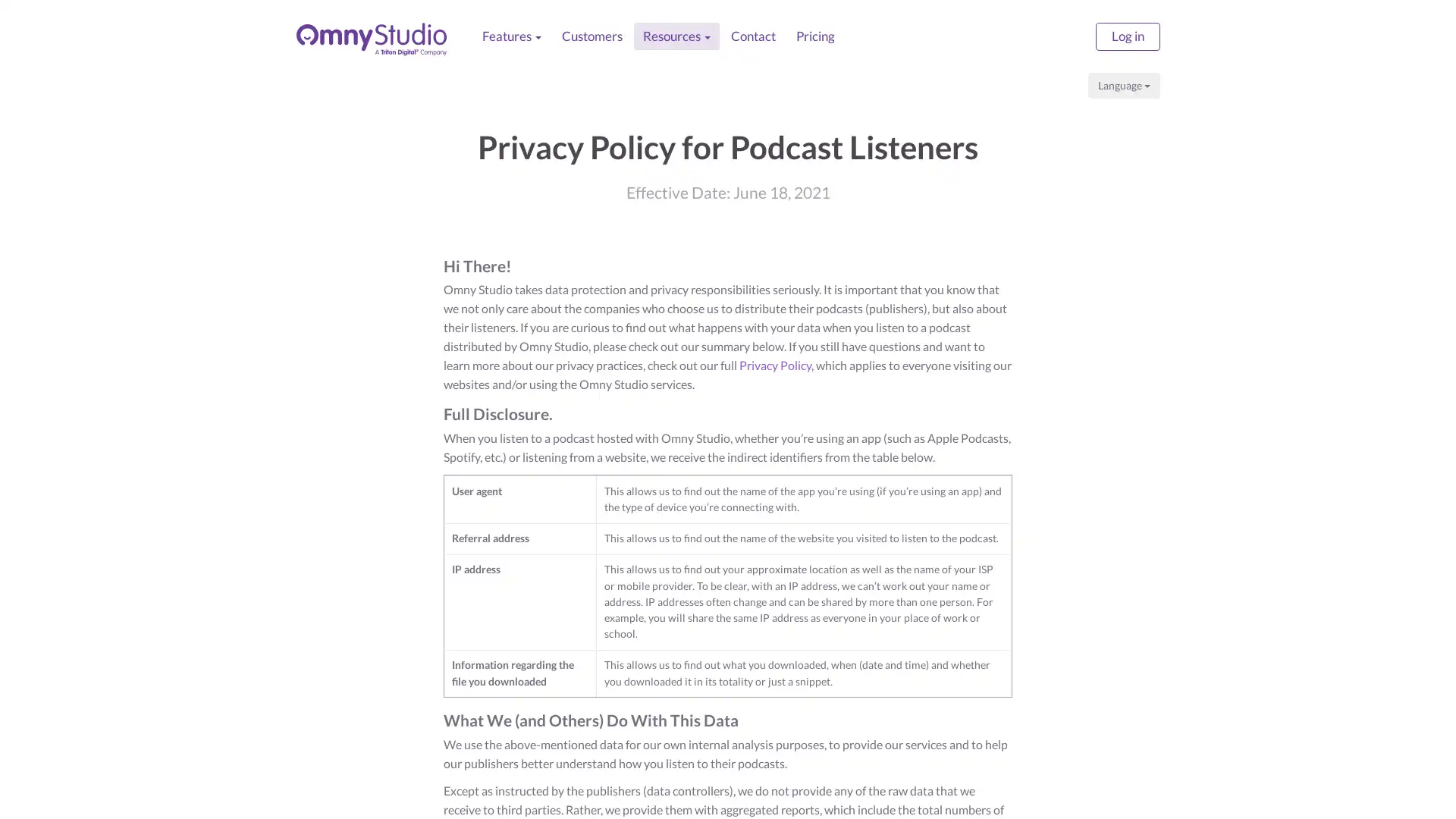 This screenshot has height=819, width=1456. What do you see at coordinates (1124, 85) in the screenshot?
I see `Language` at bounding box center [1124, 85].